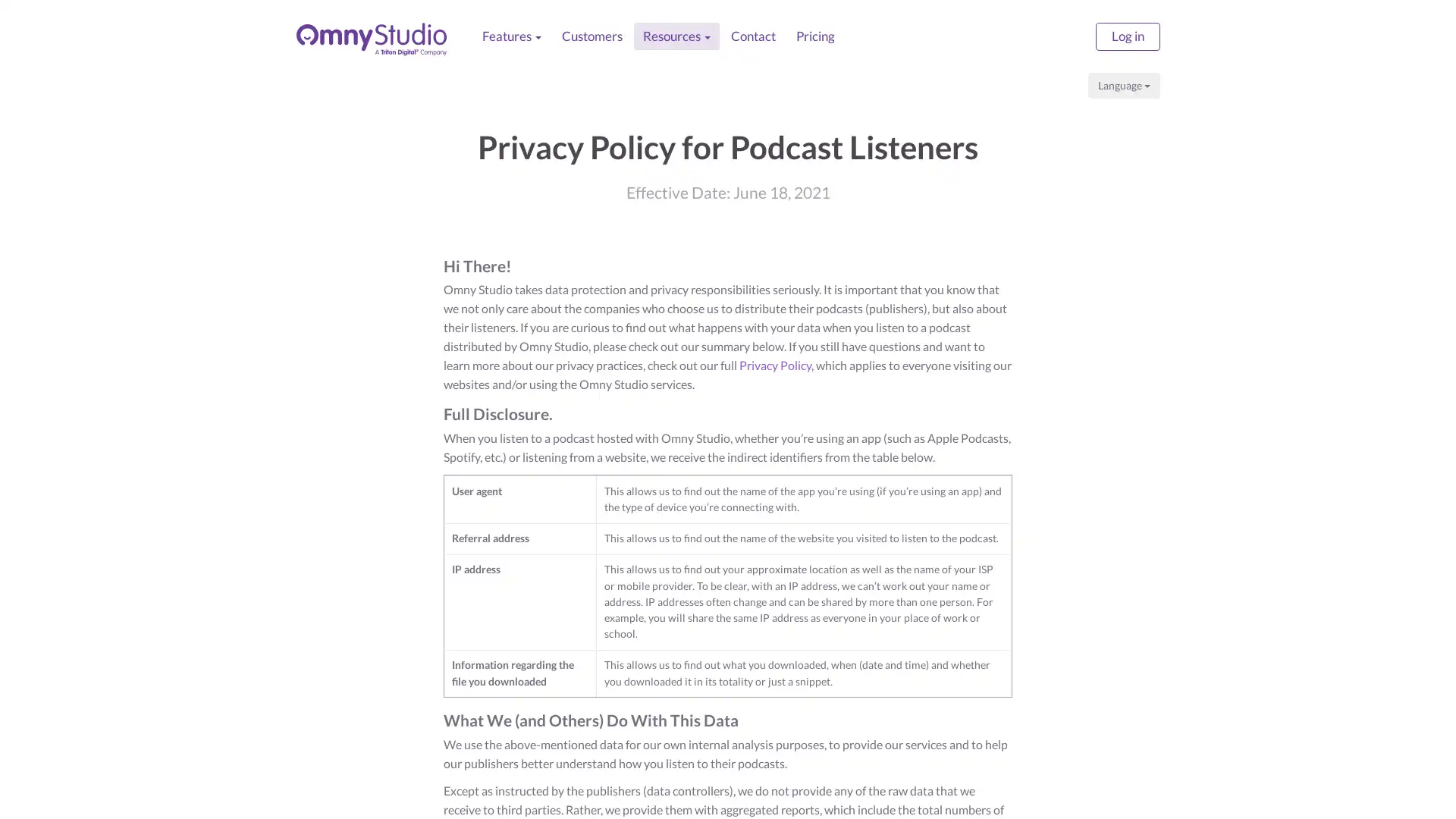 This screenshot has height=819, width=1456. What do you see at coordinates (1124, 85) in the screenshot?
I see `Language` at bounding box center [1124, 85].